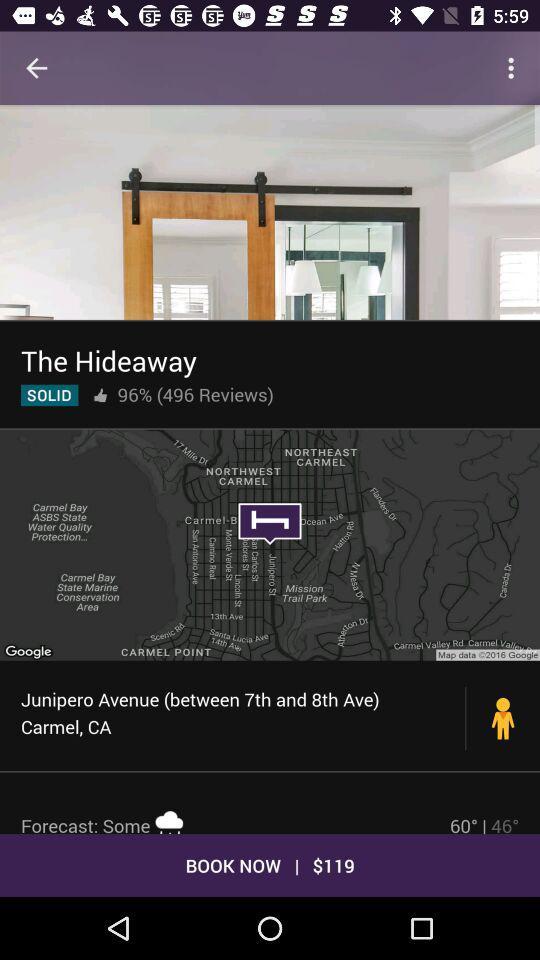  I want to click on icon above the 96% (496 reviews), so click(108, 360).